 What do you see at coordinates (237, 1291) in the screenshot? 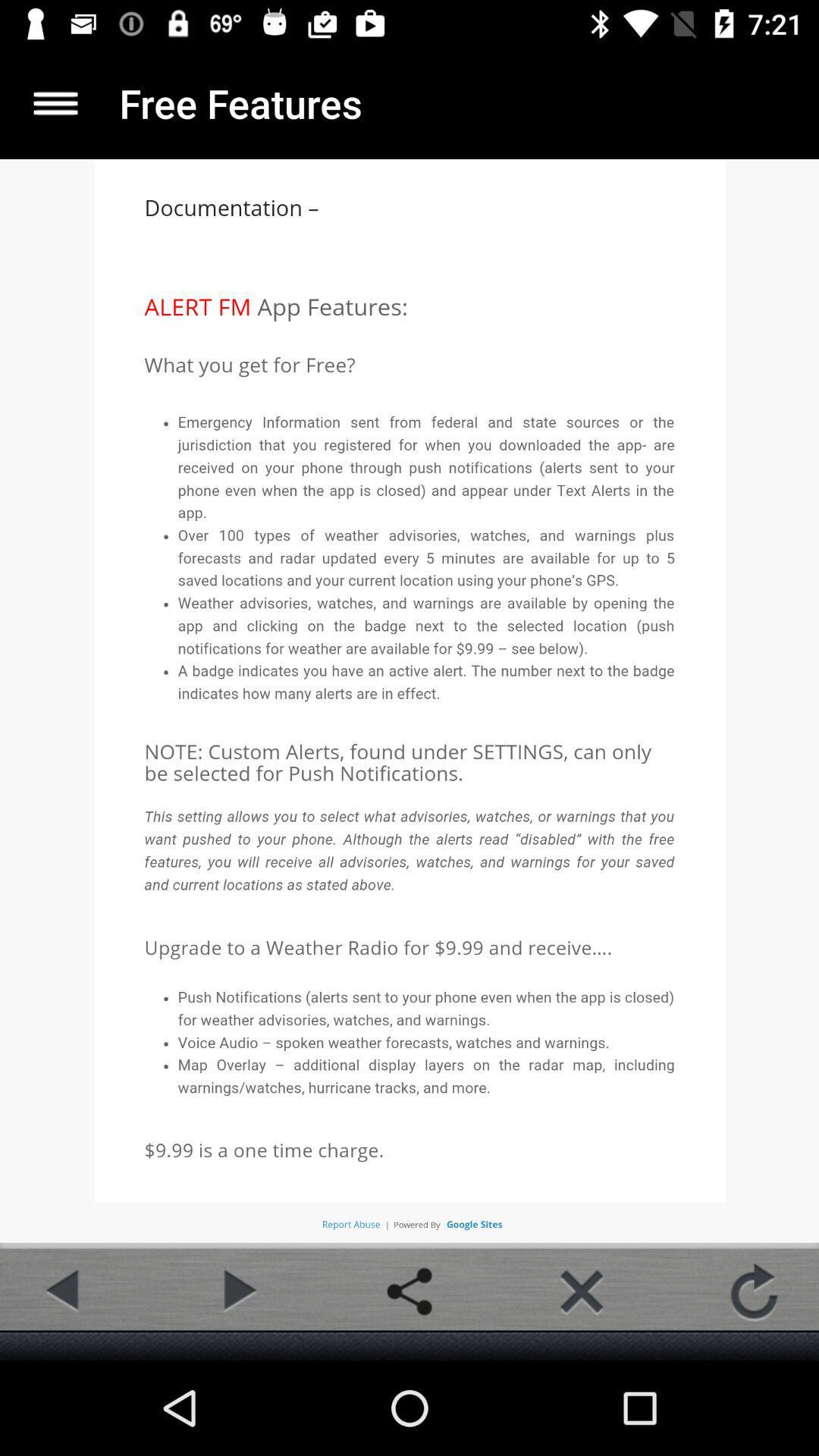
I see `forward` at bounding box center [237, 1291].